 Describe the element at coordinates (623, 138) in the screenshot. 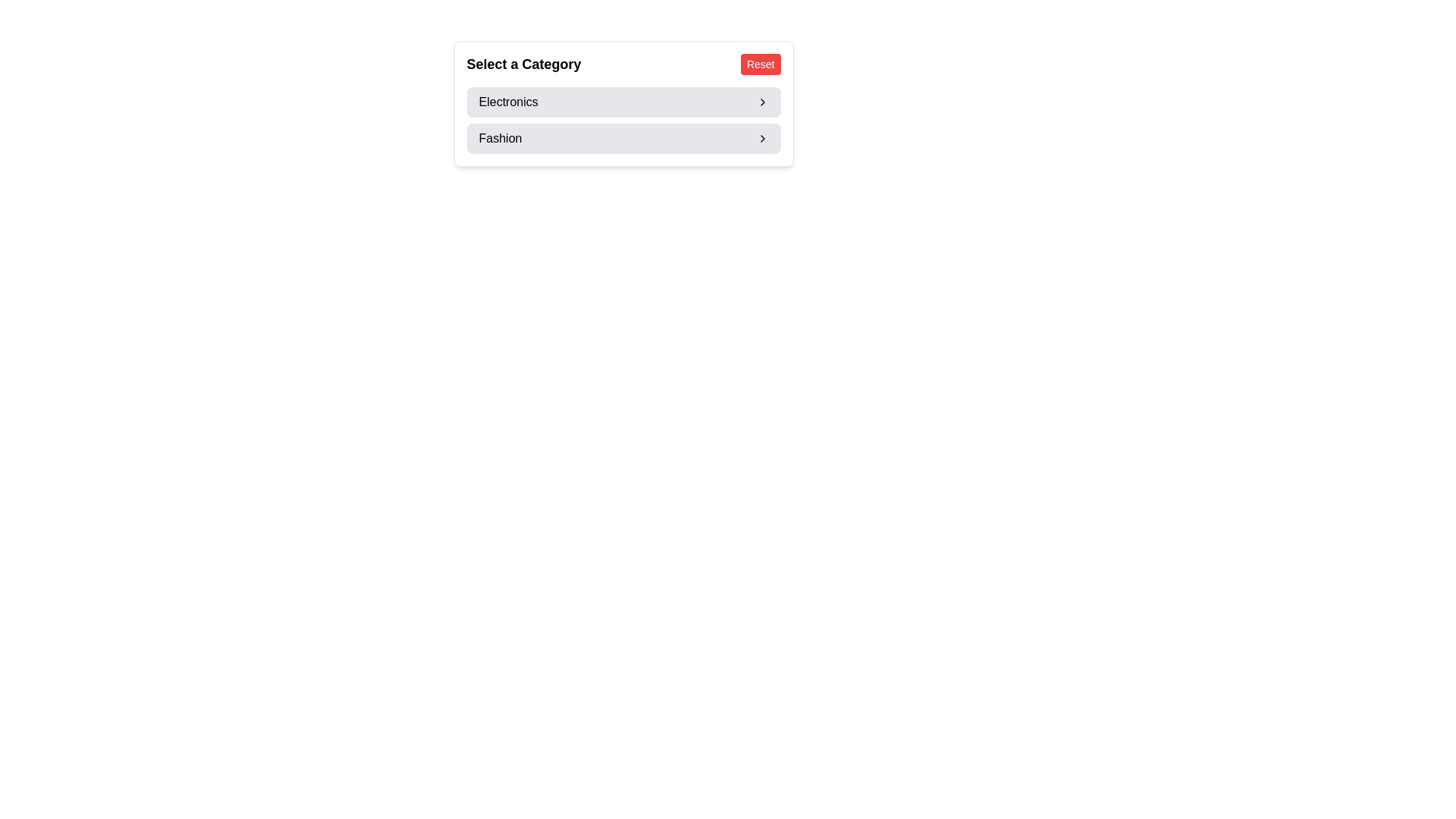

I see `the 'Fashion' category button` at that location.